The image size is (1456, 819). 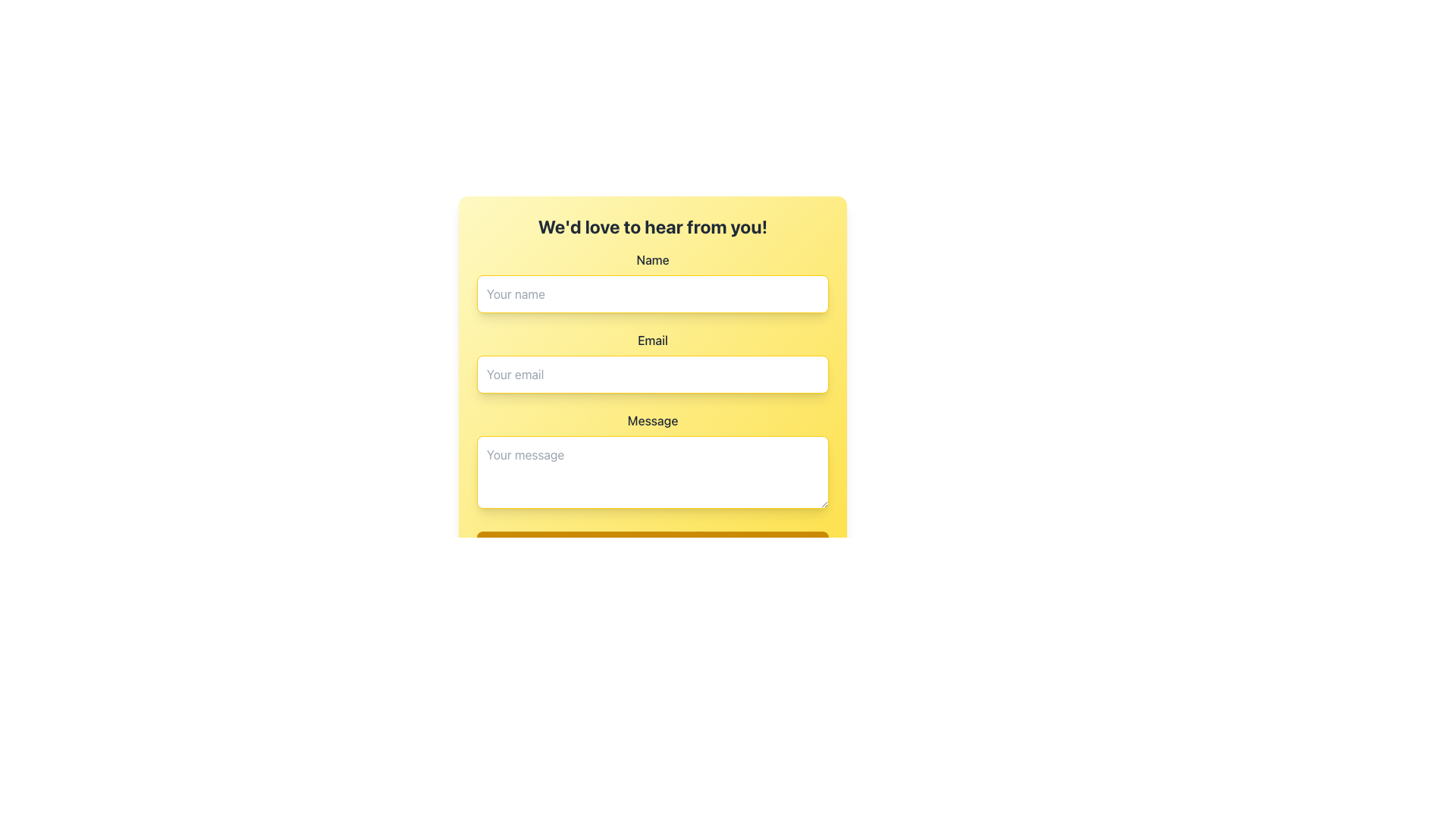 What do you see at coordinates (652, 339) in the screenshot?
I see `the label that identifies the input field for the user's email address, located between the 'Name' field and the 'Your email' input field` at bounding box center [652, 339].